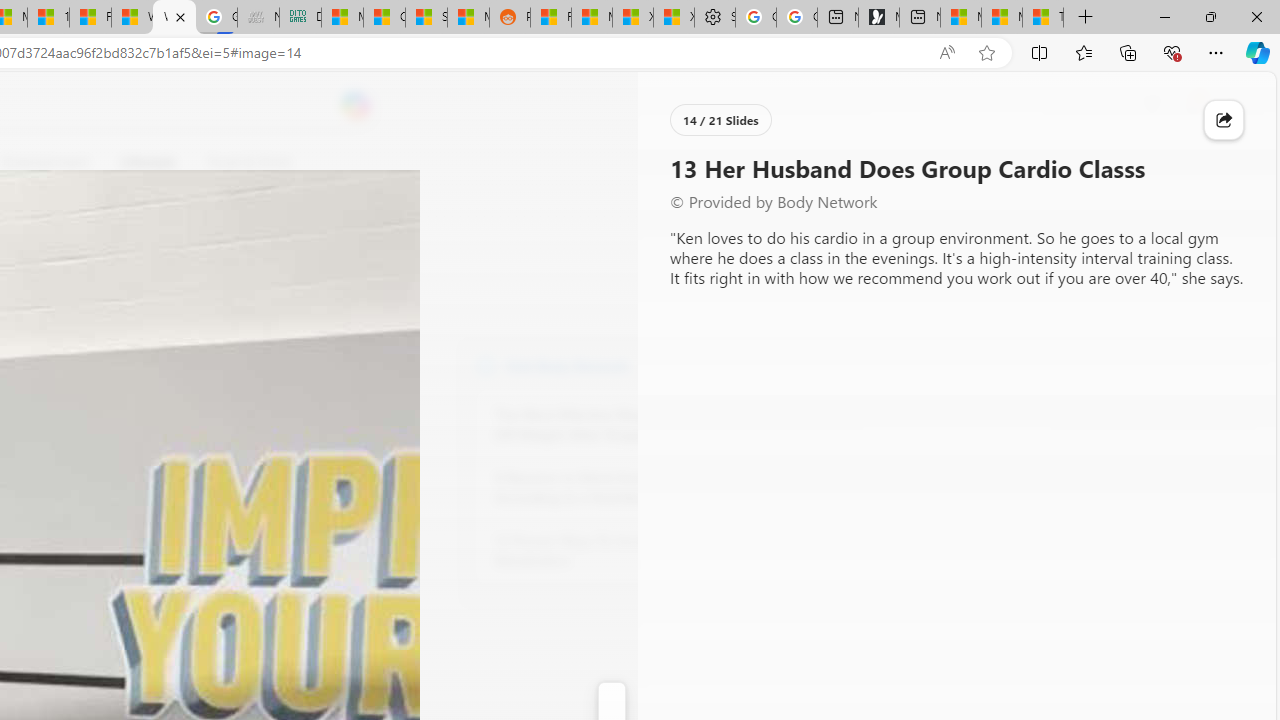  Describe the element at coordinates (878, 17) in the screenshot. I see `'Microsoft Start Gaming'` at that location.